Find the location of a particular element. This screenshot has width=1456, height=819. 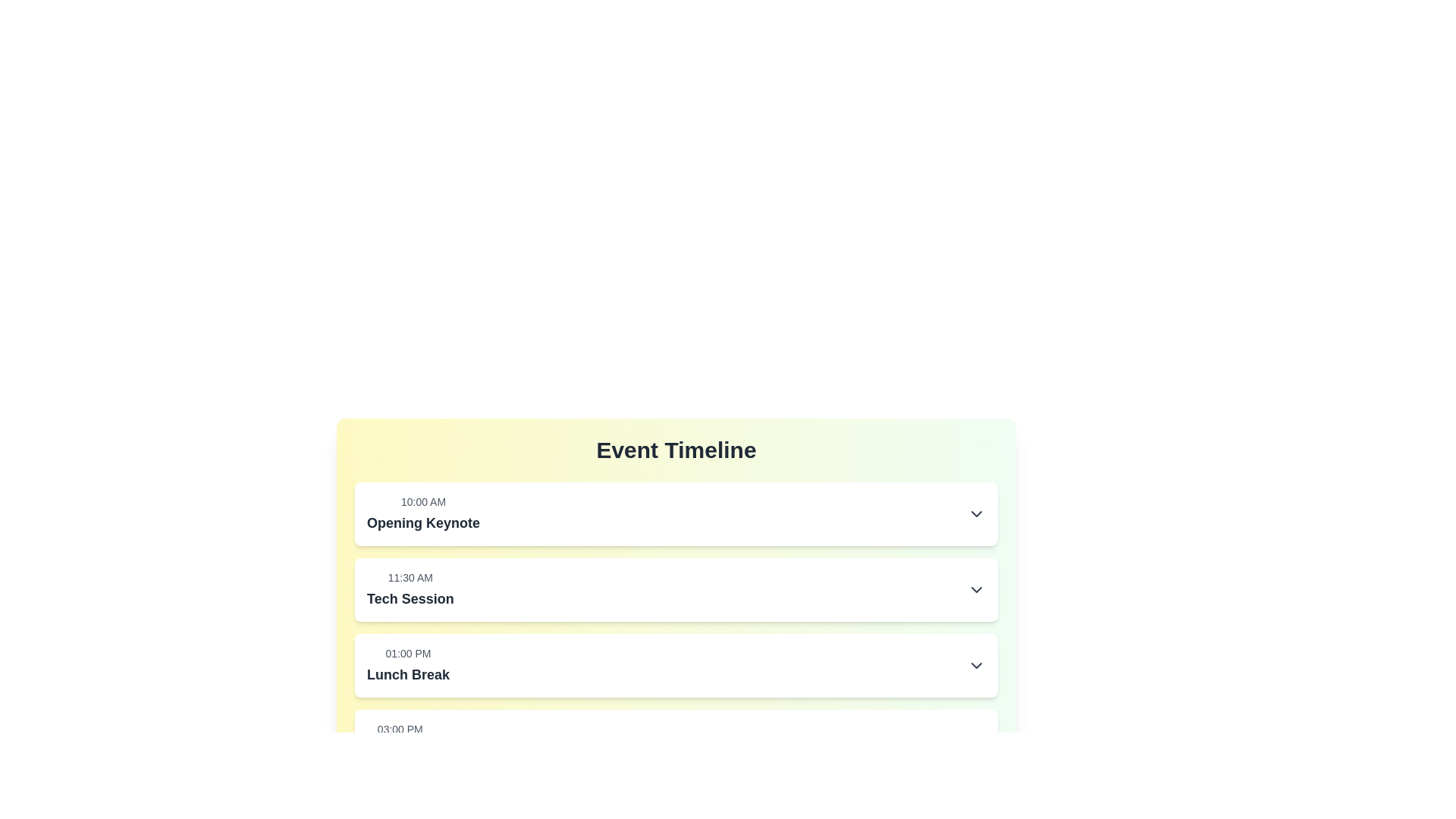

the text label displaying '03:00 PM', which is in a smaller, gray-colored font and aligned with similar elements above it in the 'Event Timeline' section is located at coordinates (400, 728).